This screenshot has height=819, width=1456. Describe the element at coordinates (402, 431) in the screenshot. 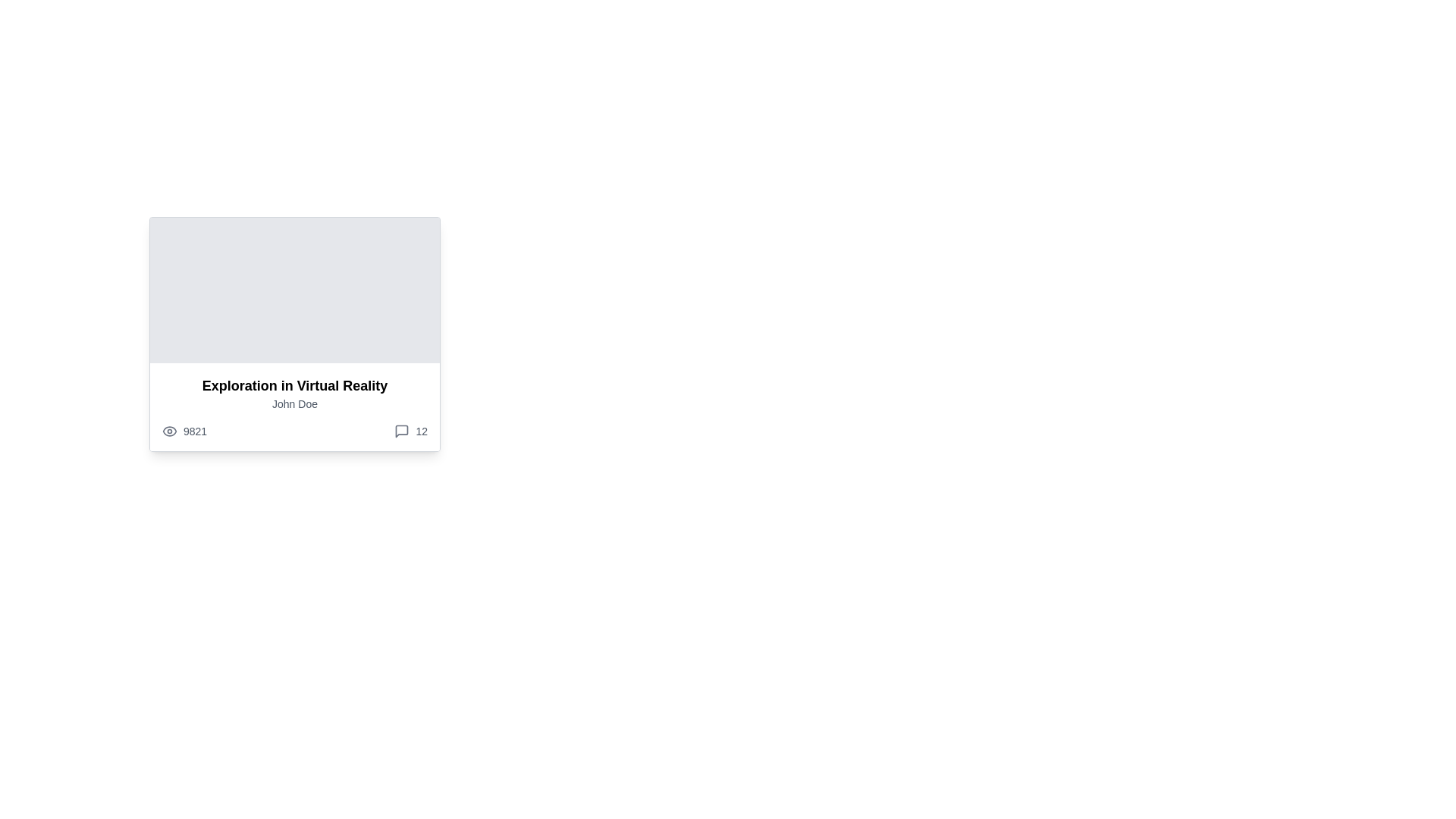

I see `the comments icon located to the left of the number '12' at the bottom-right corner of the card` at that location.